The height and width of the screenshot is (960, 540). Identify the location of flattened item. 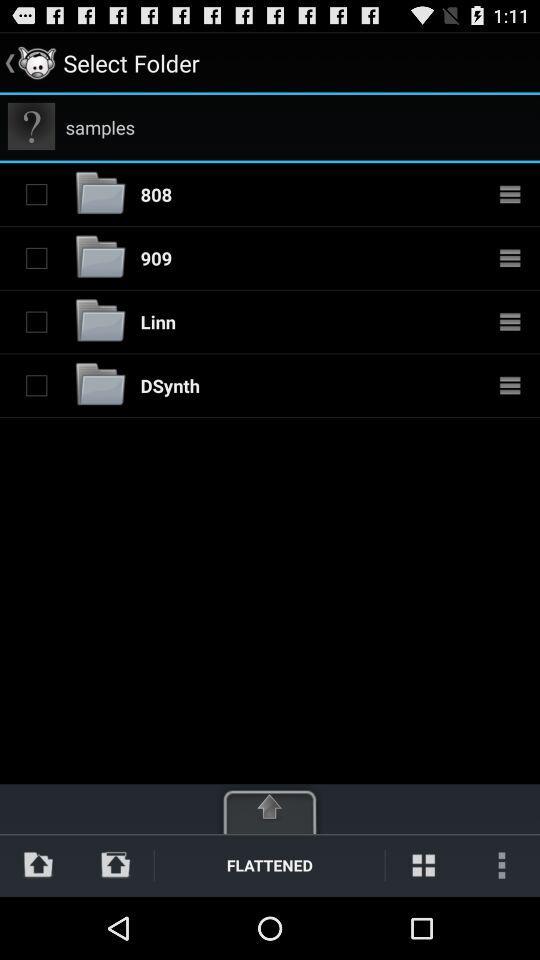
(269, 864).